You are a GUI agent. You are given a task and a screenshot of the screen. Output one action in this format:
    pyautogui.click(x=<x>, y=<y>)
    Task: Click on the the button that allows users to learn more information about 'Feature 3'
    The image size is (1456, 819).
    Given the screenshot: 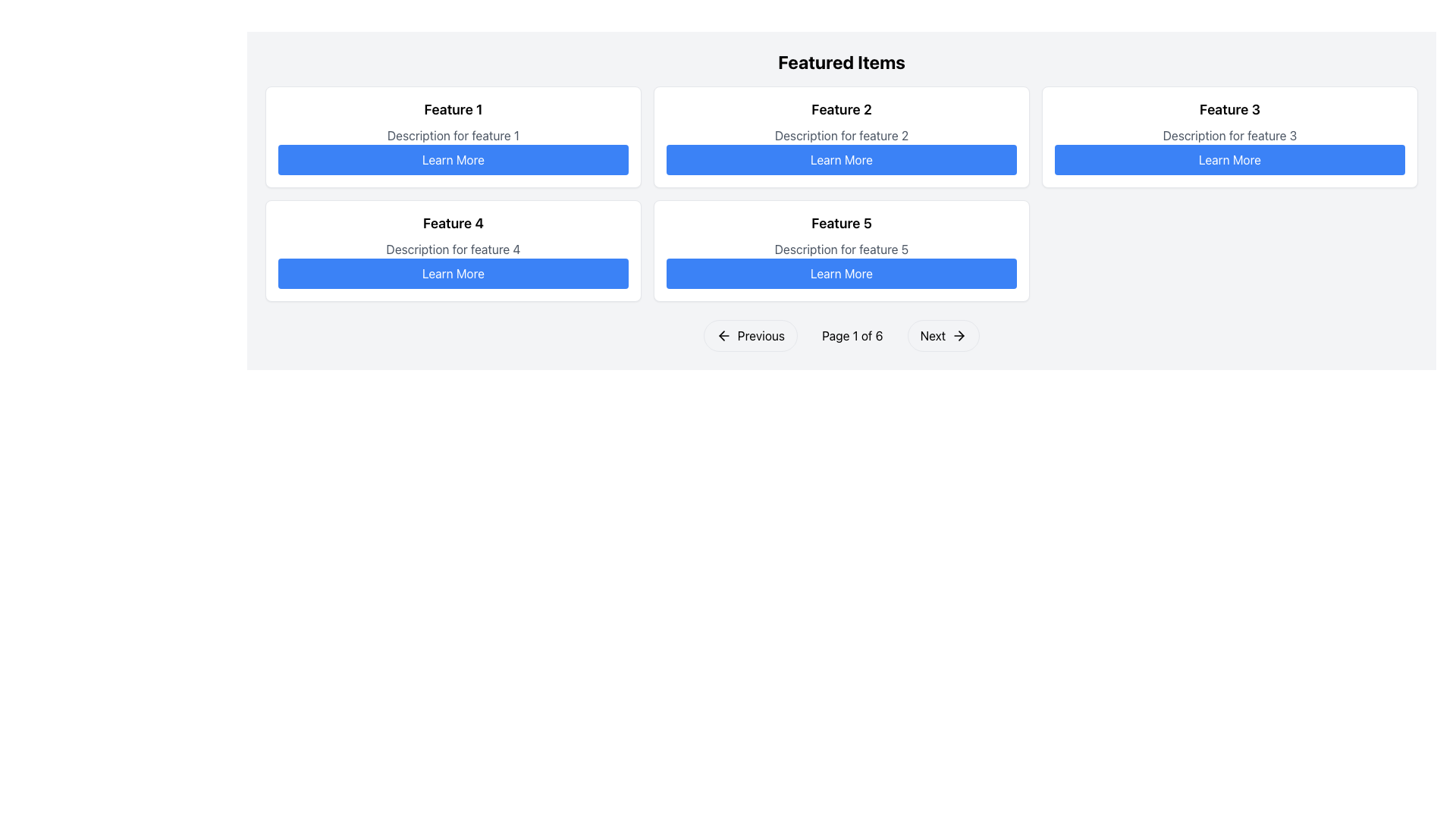 What is the action you would take?
    pyautogui.click(x=1230, y=160)
    